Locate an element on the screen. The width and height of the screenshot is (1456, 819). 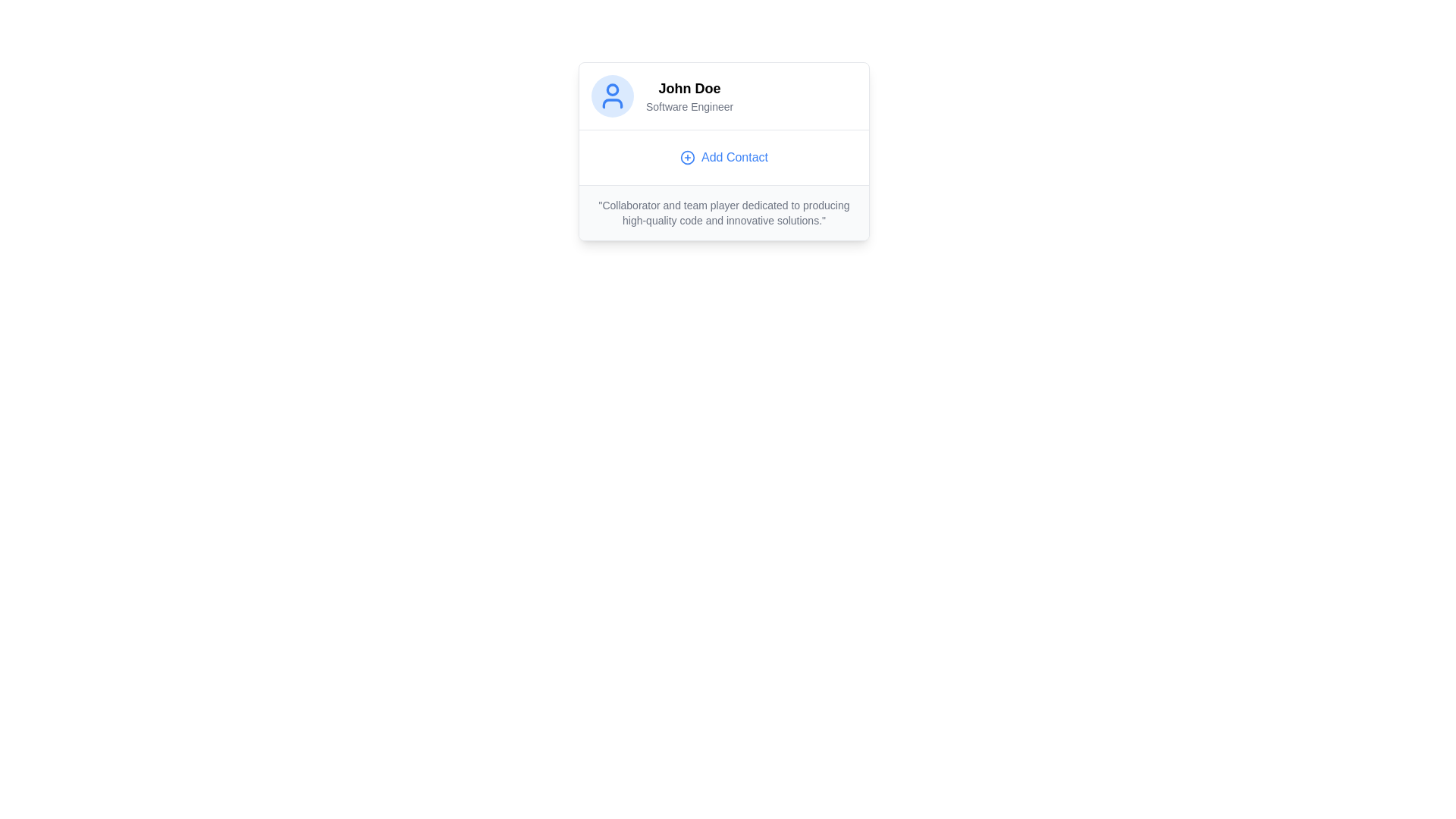
the static text content block that reads 'Collaborator and team player dedicated to producing high-quality code and innovative solutions.' which is located beneath the 'Add Contact' button is located at coordinates (723, 212).